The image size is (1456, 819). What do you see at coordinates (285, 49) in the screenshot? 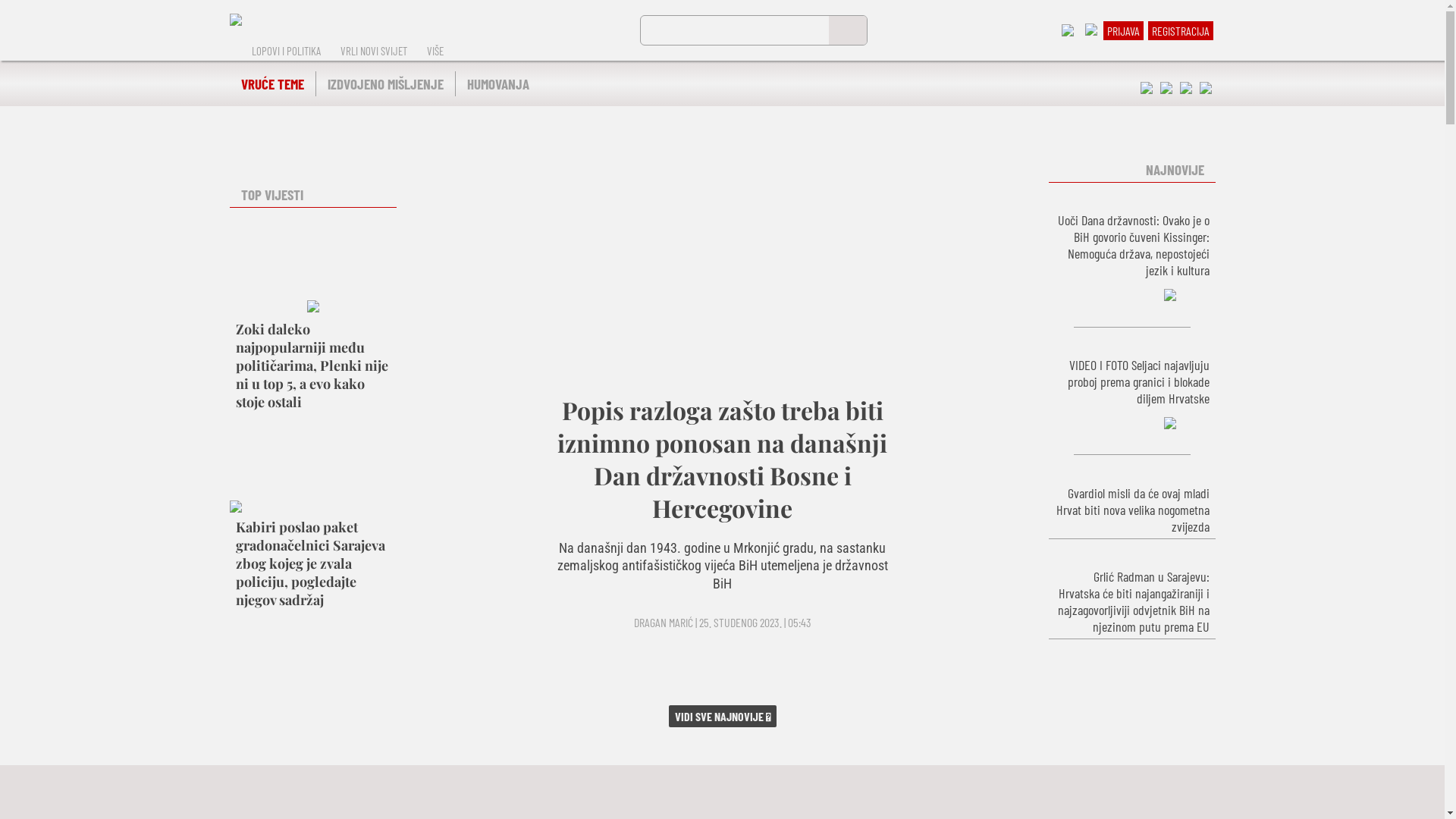
I see `'LOPOVI I POLITIKA'` at bounding box center [285, 49].